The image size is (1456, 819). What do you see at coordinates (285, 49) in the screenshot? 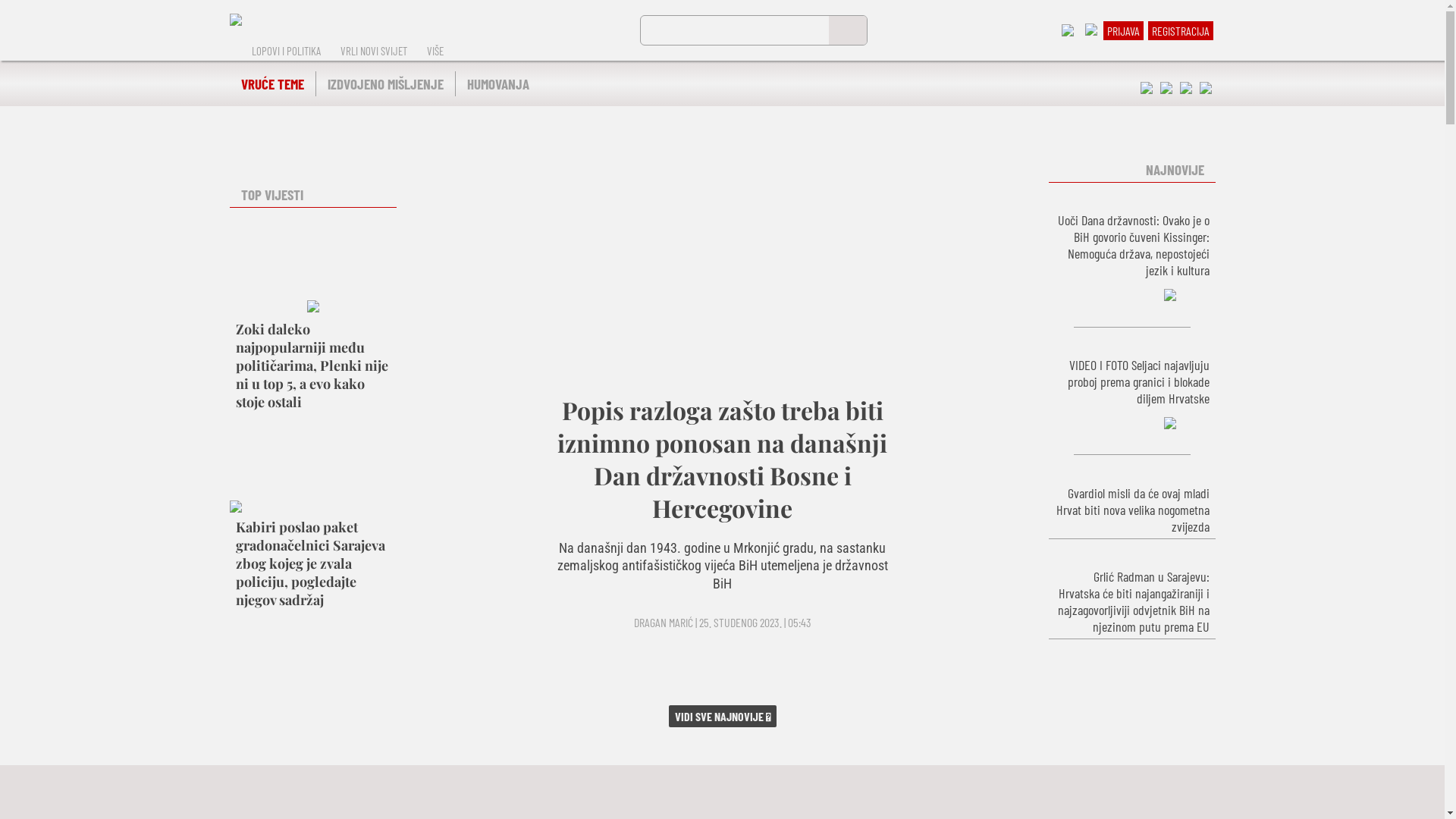
I see `'LOPOVI I POLITIKA'` at bounding box center [285, 49].